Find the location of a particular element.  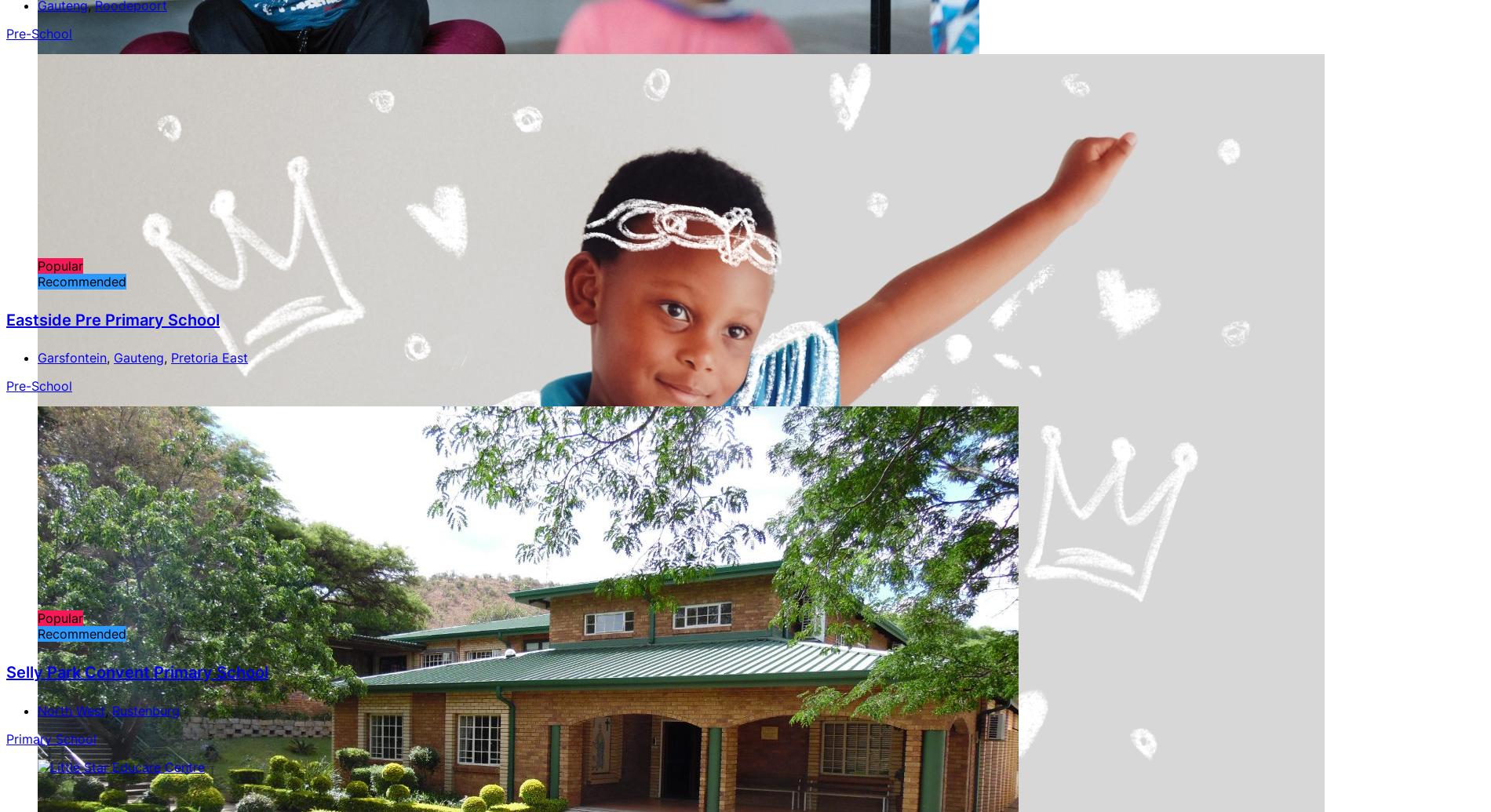

'Pretoria East' is located at coordinates (208, 358).